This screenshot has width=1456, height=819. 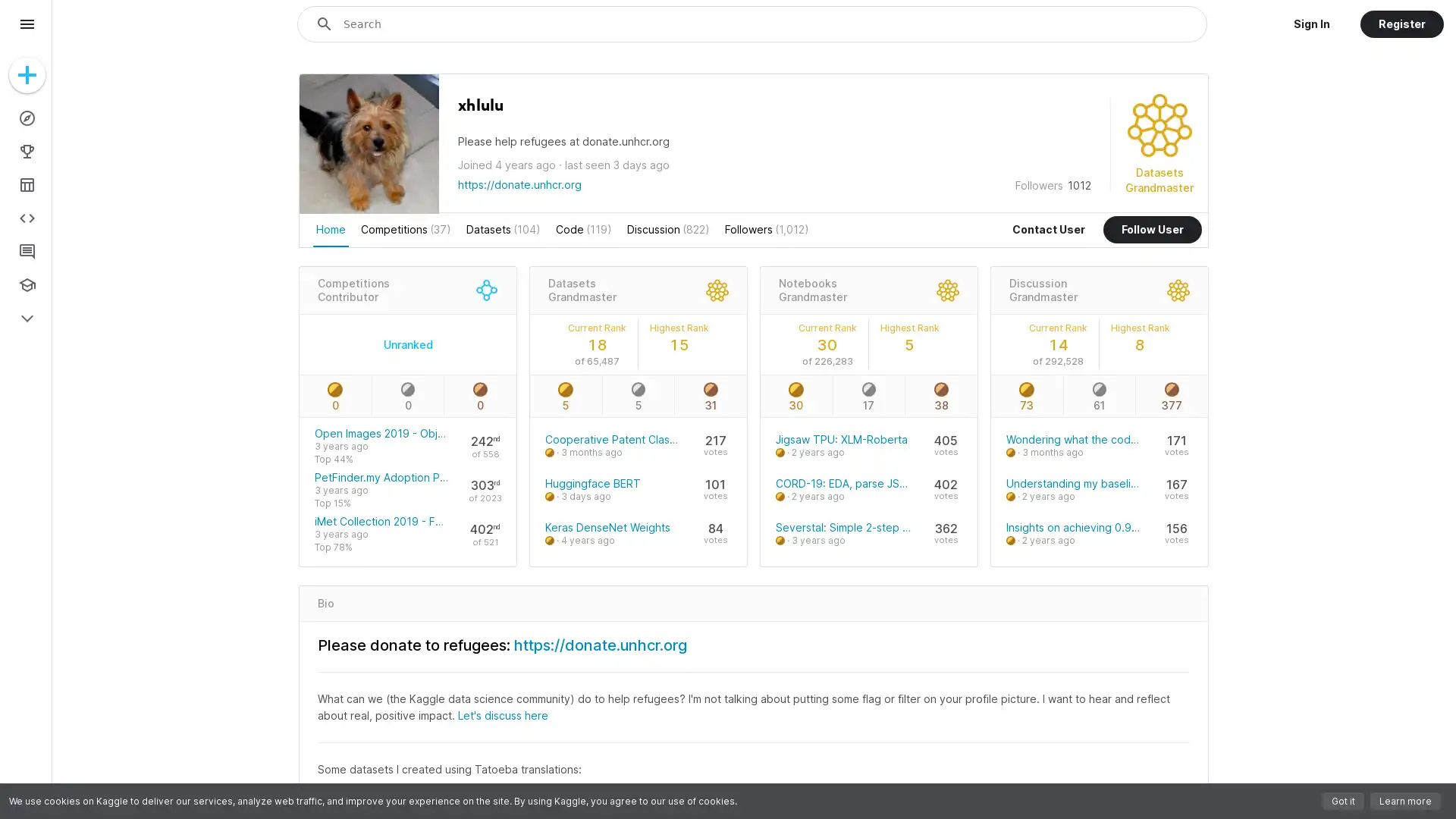 What do you see at coordinates (581, 290) in the screenshot?
I see `Datasets Grandmaster` at bounding box center [581, 290].